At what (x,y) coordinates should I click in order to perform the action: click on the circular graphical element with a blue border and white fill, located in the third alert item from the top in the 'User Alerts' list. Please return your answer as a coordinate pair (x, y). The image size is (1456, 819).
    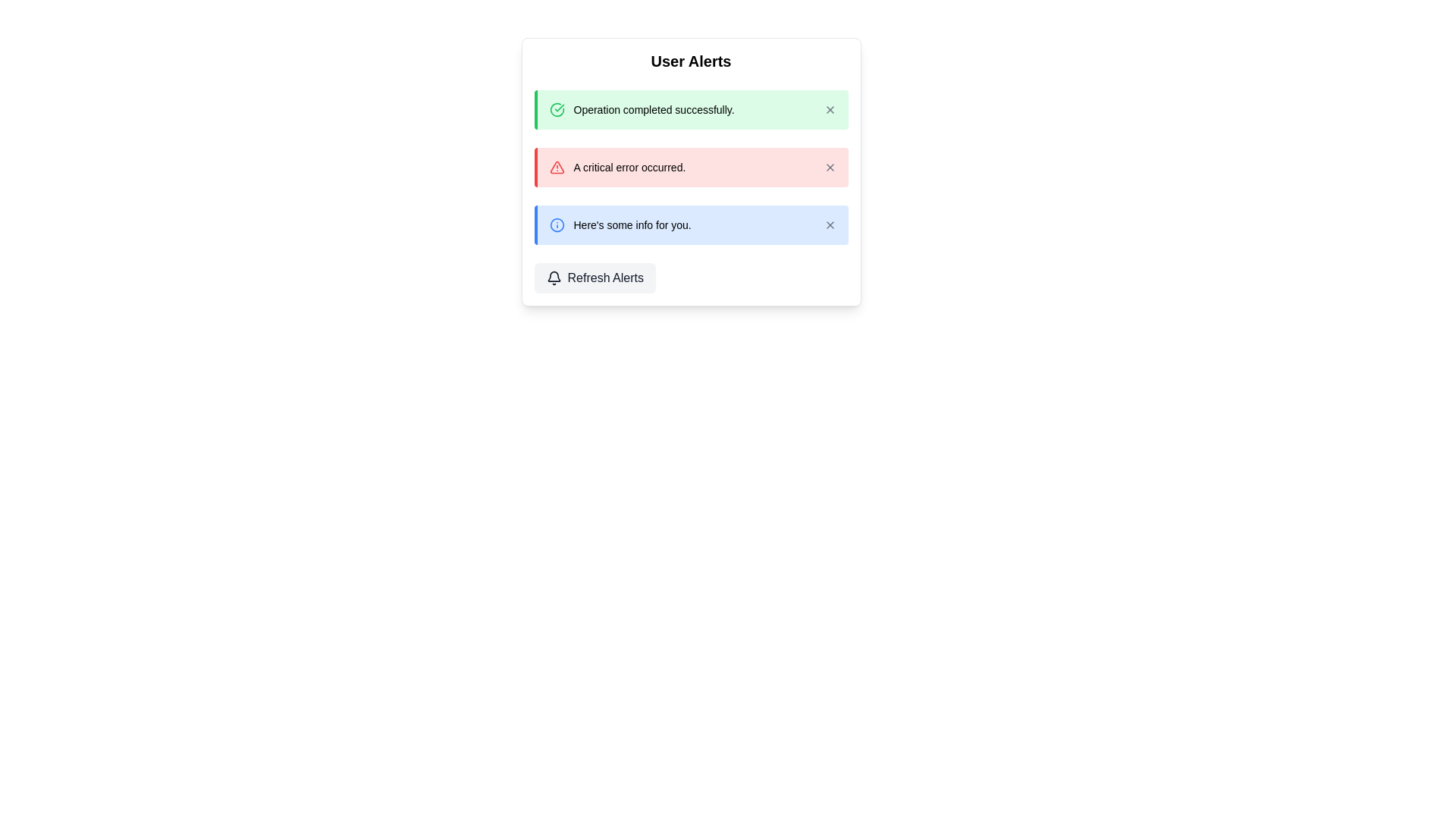
    Looking at the image, I should click on (556, 225).